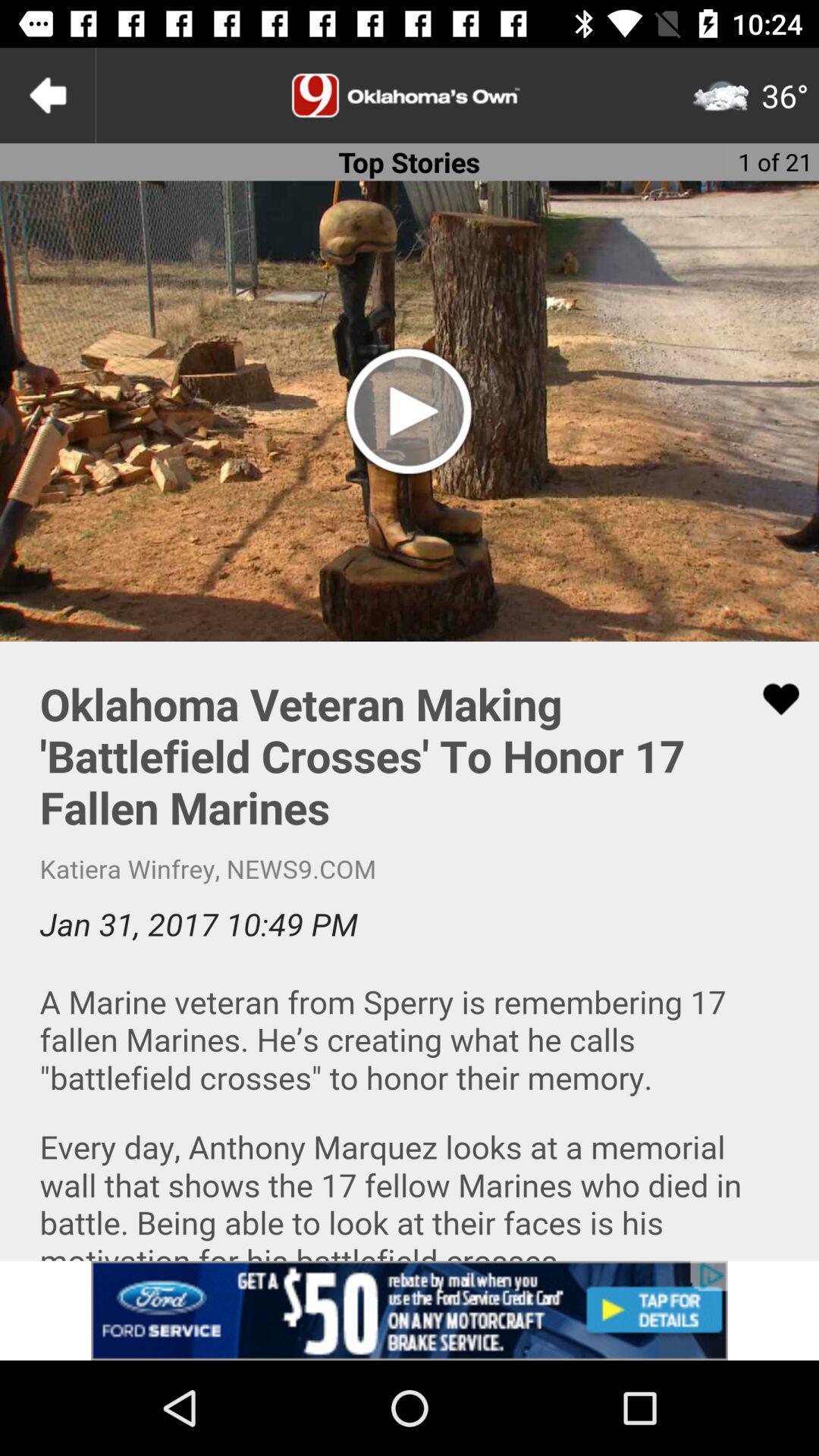 The image size is (819, 1456). Describe the element at coordinates (771, 698) in the screenshot. I see `like love` at that location.